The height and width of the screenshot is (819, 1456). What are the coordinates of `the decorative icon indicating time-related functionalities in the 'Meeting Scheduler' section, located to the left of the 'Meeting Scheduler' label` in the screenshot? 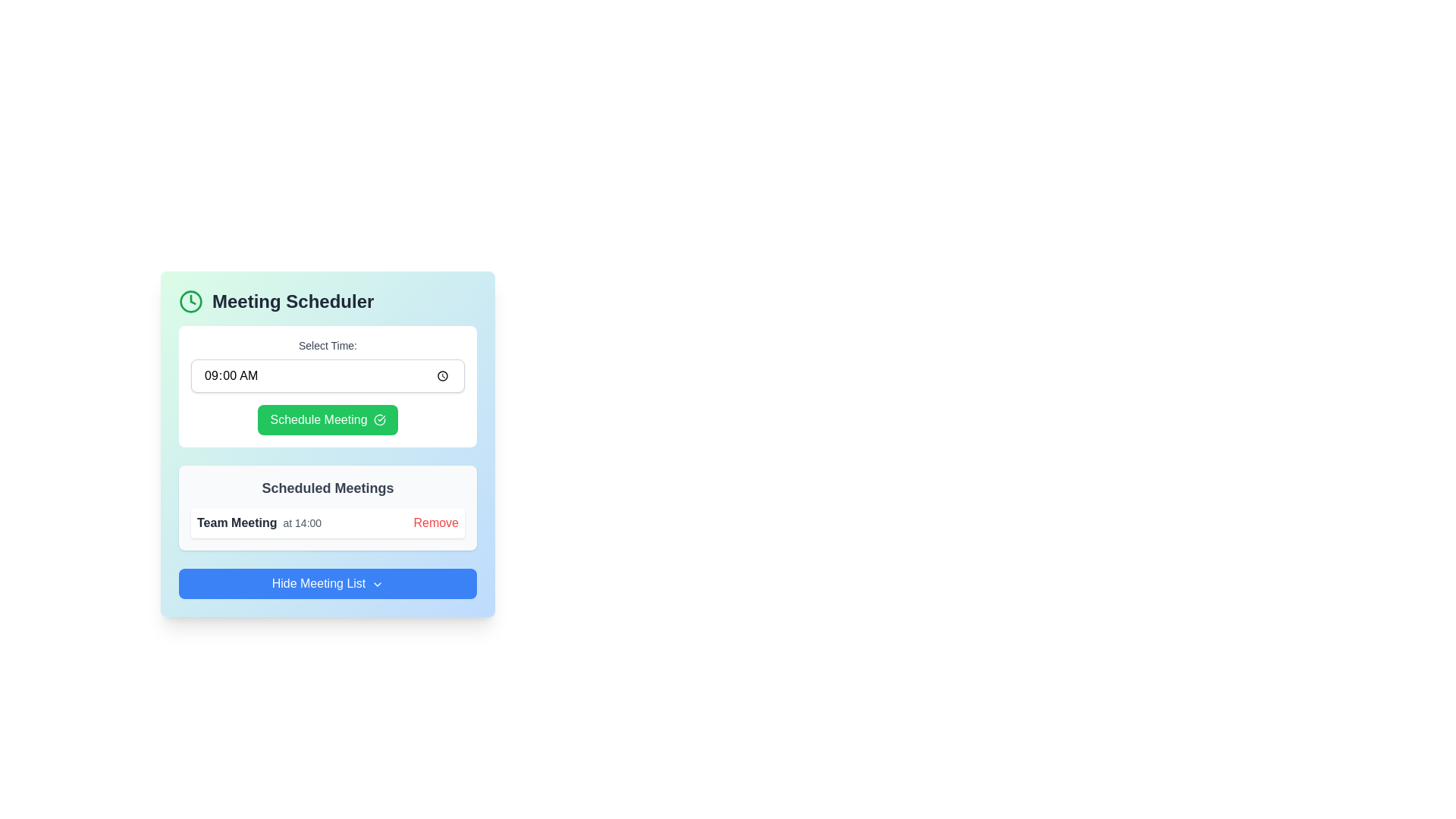 It's located at (190, 301).